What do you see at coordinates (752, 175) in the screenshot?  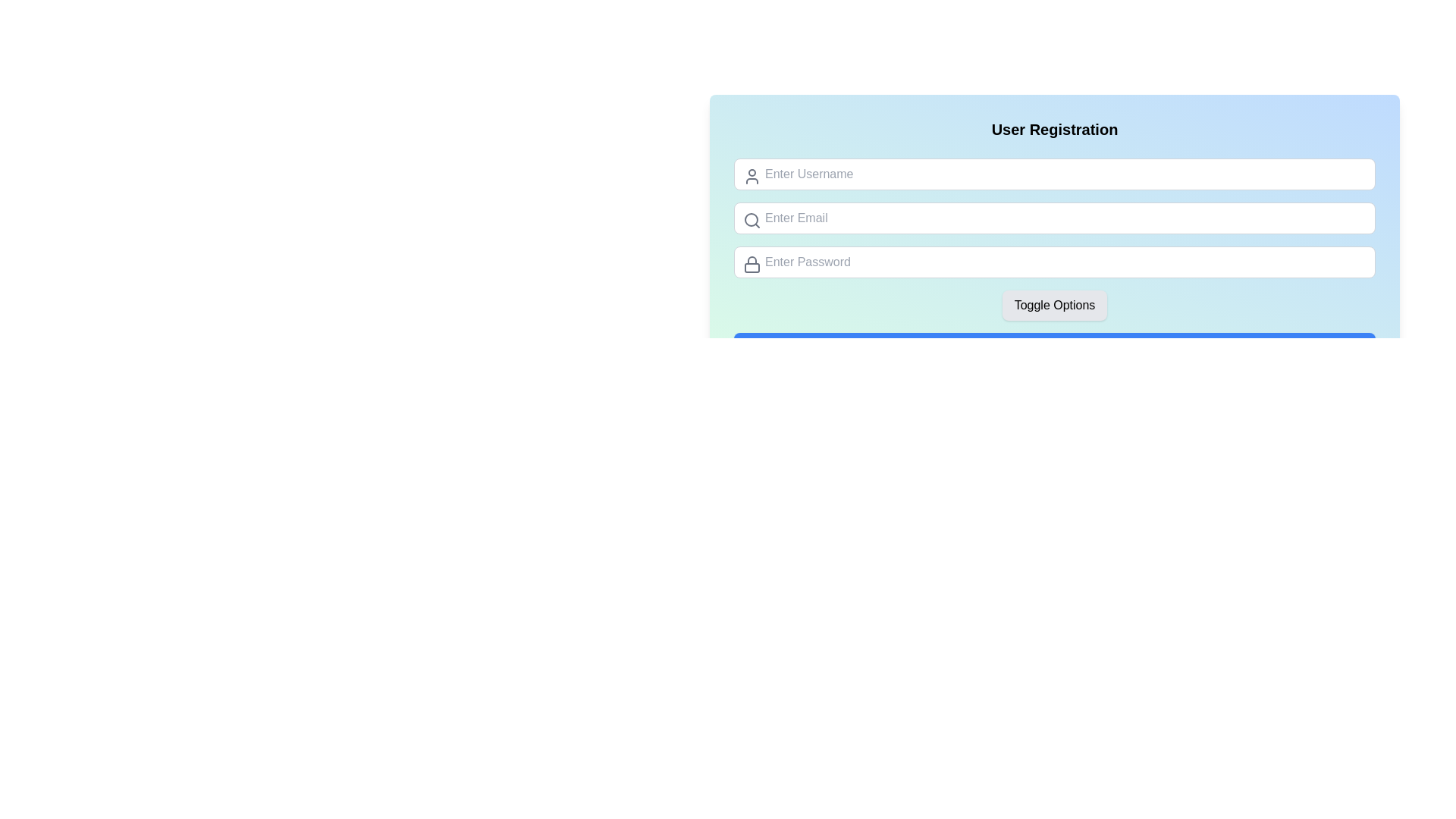 I see `the username icon located to the left of the 'Enter Username' input field in the top-left corner of the input field` at bounding box center [752, 175].